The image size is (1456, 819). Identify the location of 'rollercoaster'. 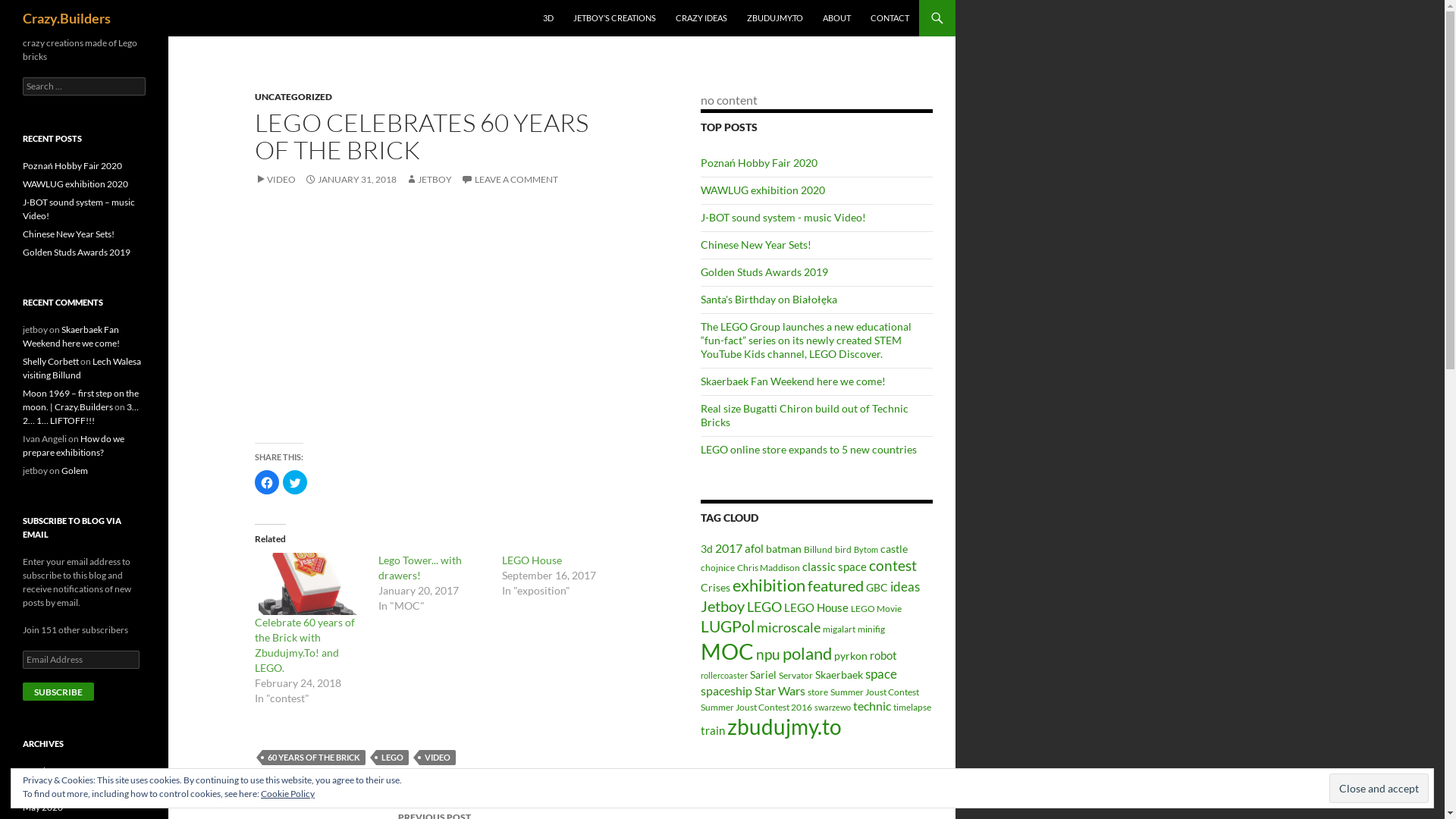
(723, 674).